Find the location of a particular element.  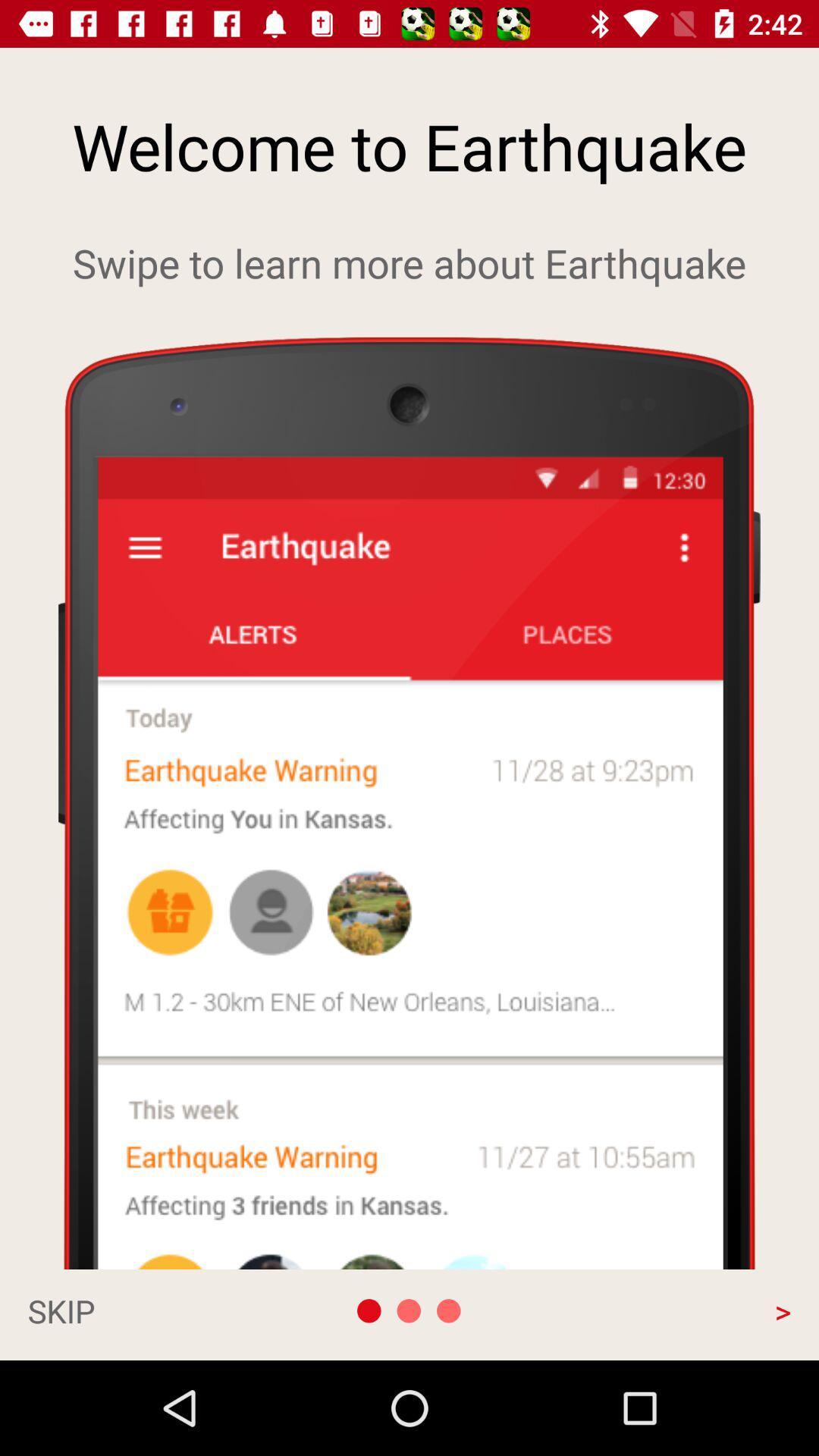

the skip at the bottom left corner is located at coordinates (141, 1310).